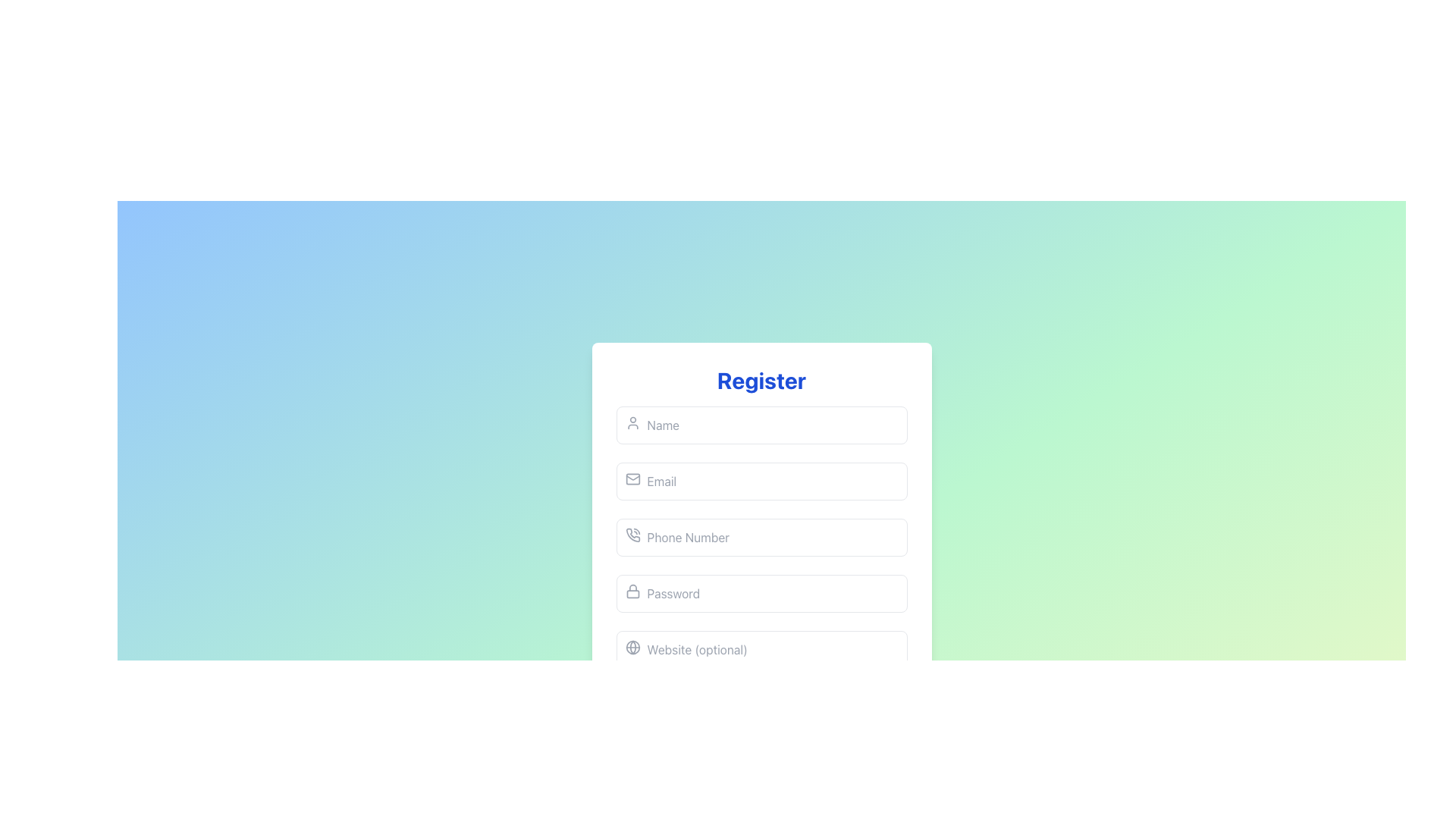  What do you see at coordinates (632, 593) in the screenshot?
I see `the larger rectangle forming the lower part of the lock icon situated to the left of the password input field, which conveys security-related context` at bounding box center [632, 593].